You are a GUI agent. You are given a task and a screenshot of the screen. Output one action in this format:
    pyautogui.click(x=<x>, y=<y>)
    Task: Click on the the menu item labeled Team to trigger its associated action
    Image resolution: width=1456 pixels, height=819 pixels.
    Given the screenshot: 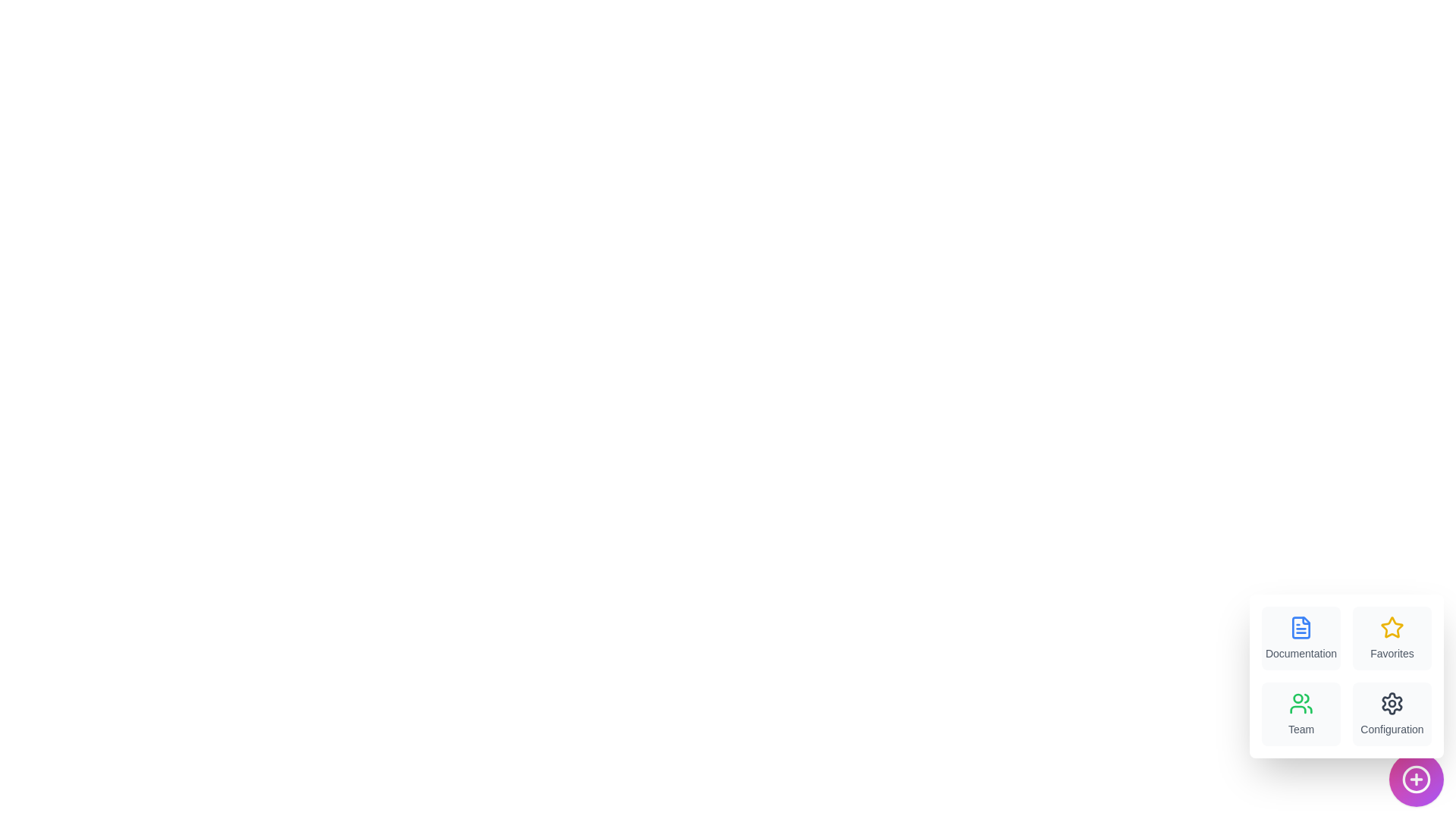 What is the action you would take?
    pyautogui.click(x=1301, y=714)
    